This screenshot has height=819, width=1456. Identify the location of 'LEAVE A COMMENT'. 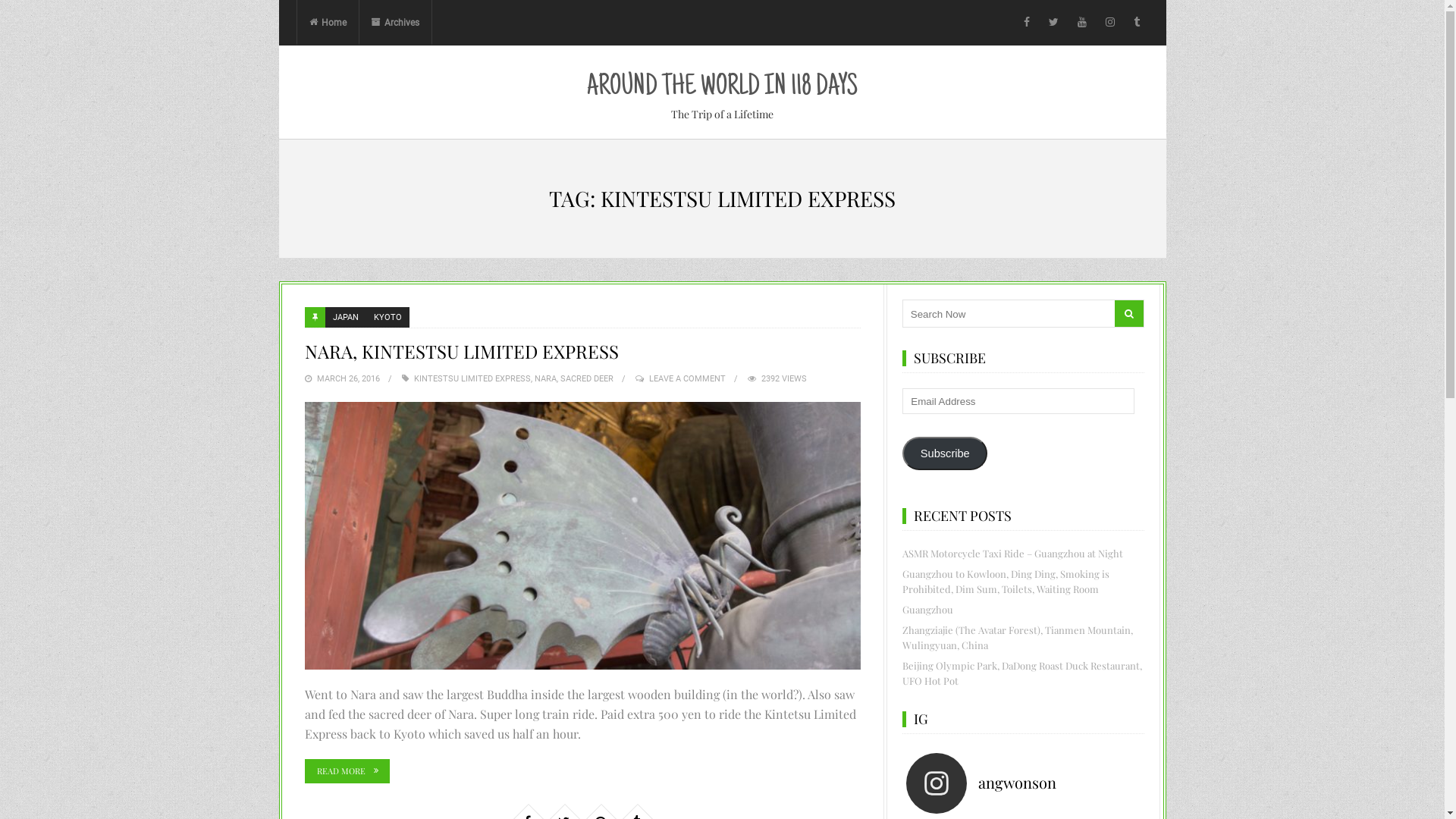
(686, 378).